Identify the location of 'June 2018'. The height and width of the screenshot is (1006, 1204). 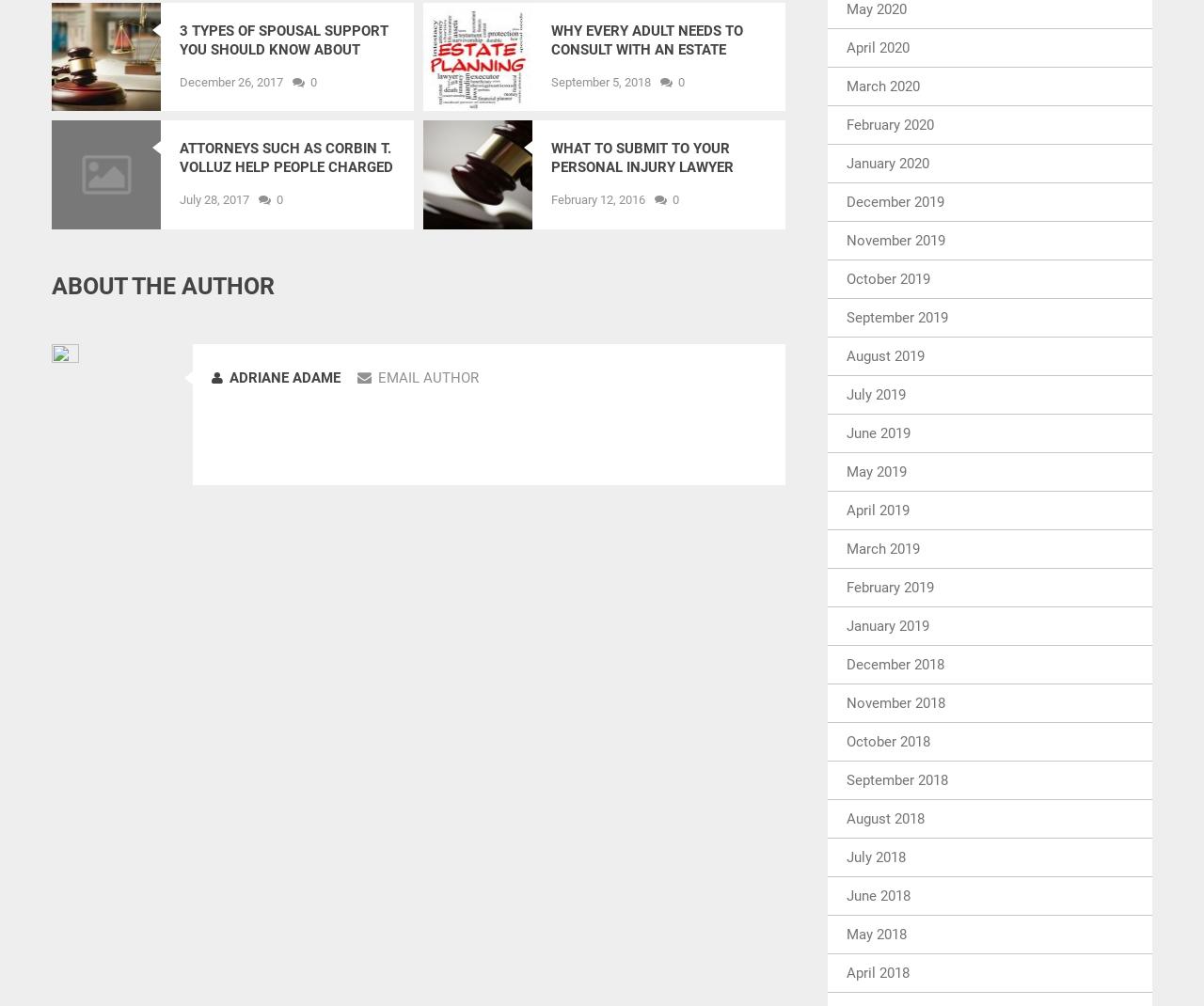
(878, 893).